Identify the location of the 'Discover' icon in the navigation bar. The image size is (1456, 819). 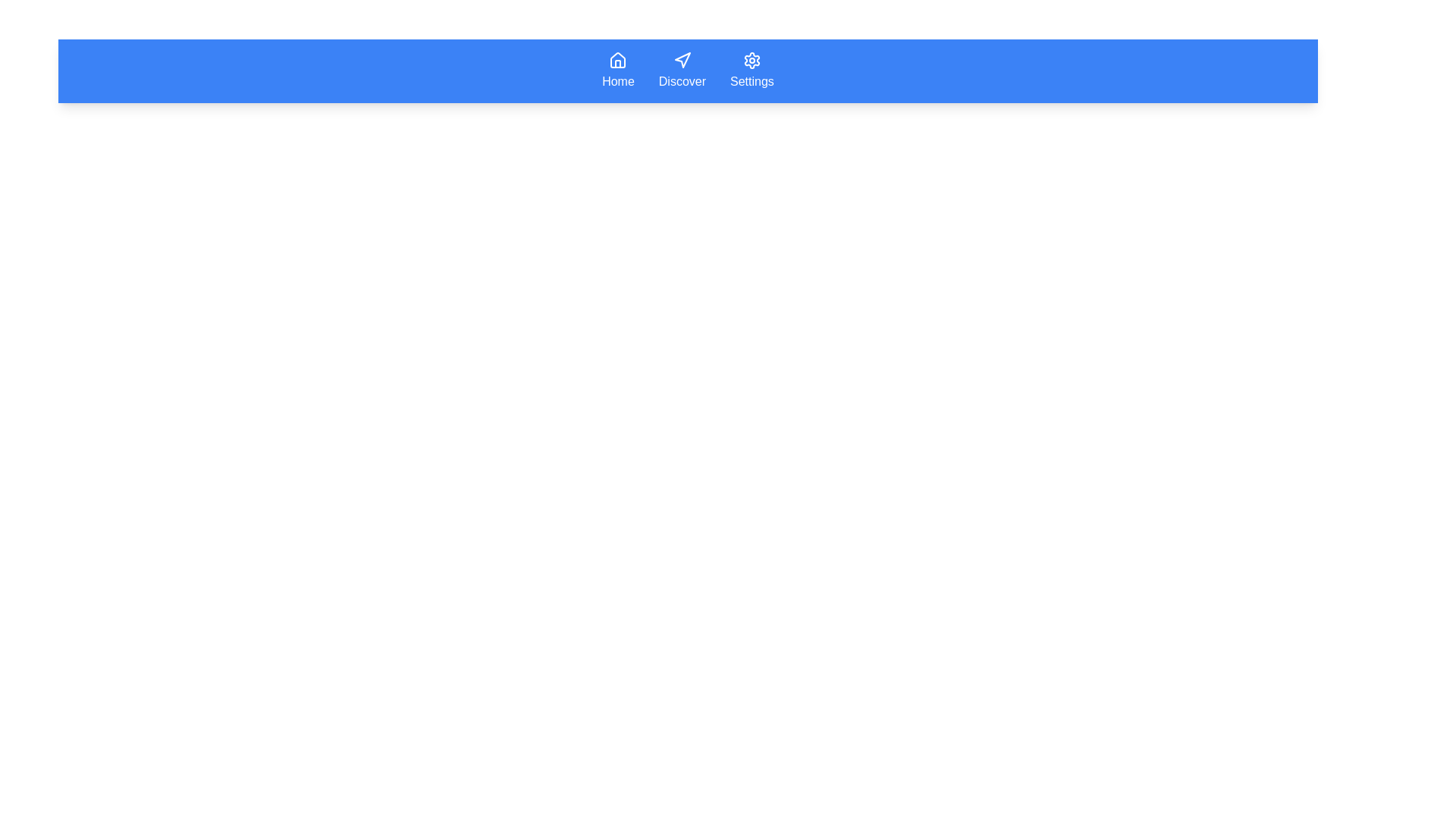
(682, 59).